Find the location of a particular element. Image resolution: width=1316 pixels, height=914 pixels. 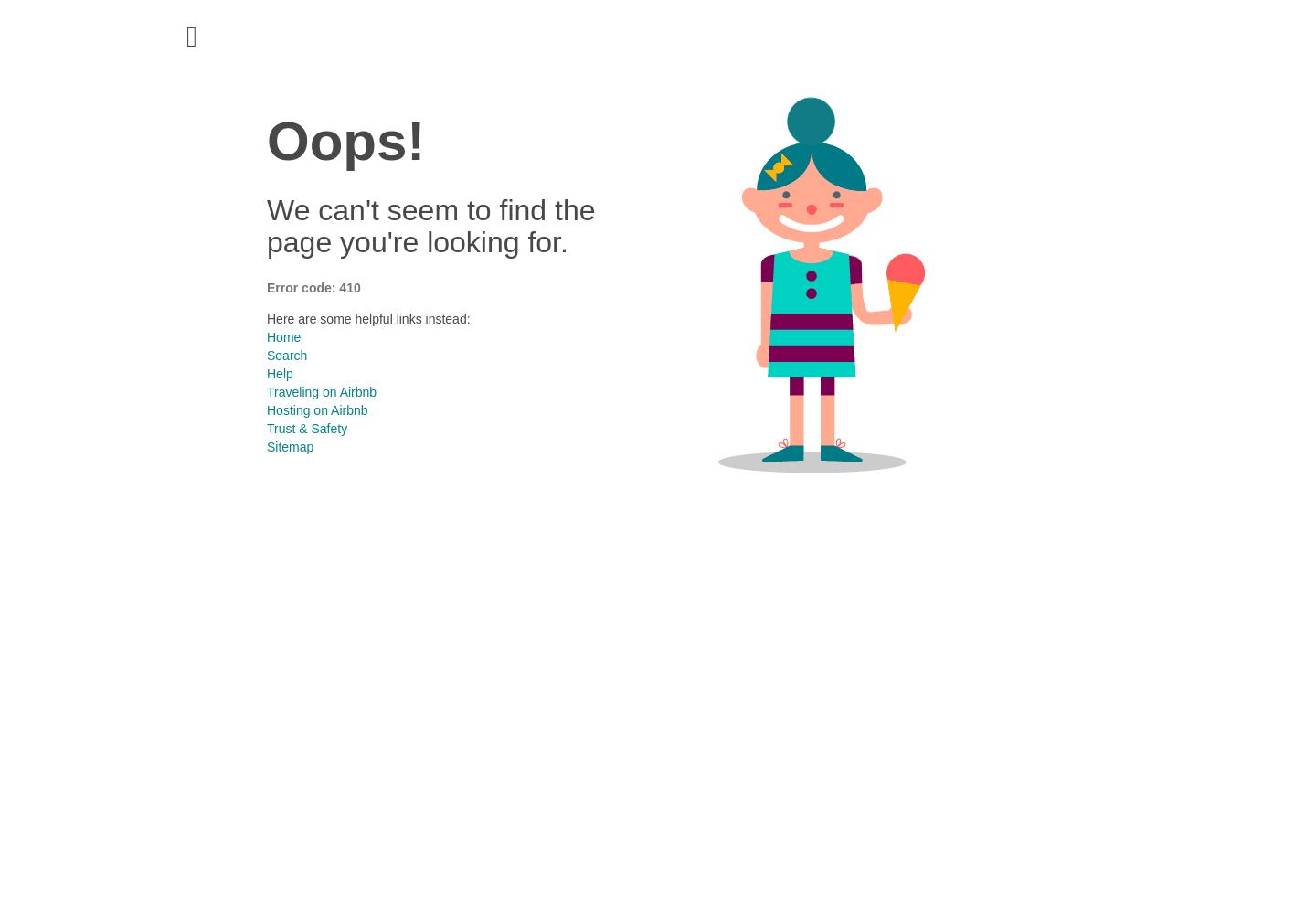

'Traveling on Airbnb' is located at coordinates (266, 391).